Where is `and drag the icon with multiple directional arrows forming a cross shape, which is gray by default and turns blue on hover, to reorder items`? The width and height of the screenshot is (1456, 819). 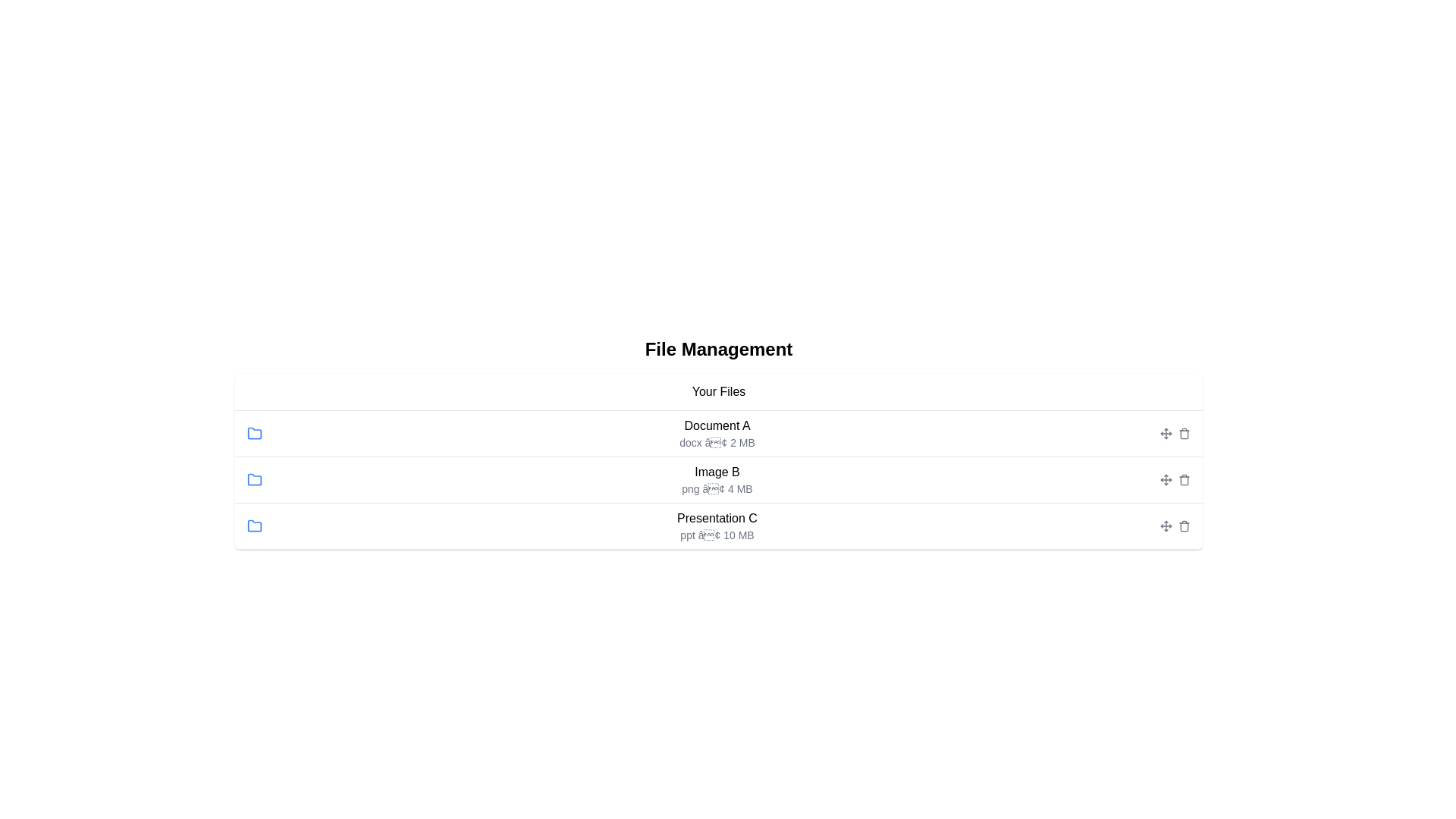 and drag the icon with multiple directional arrows forming a cross shape, which is gray by default and turns blue on hover, to reorder items is located at coordinates (1165, 433).